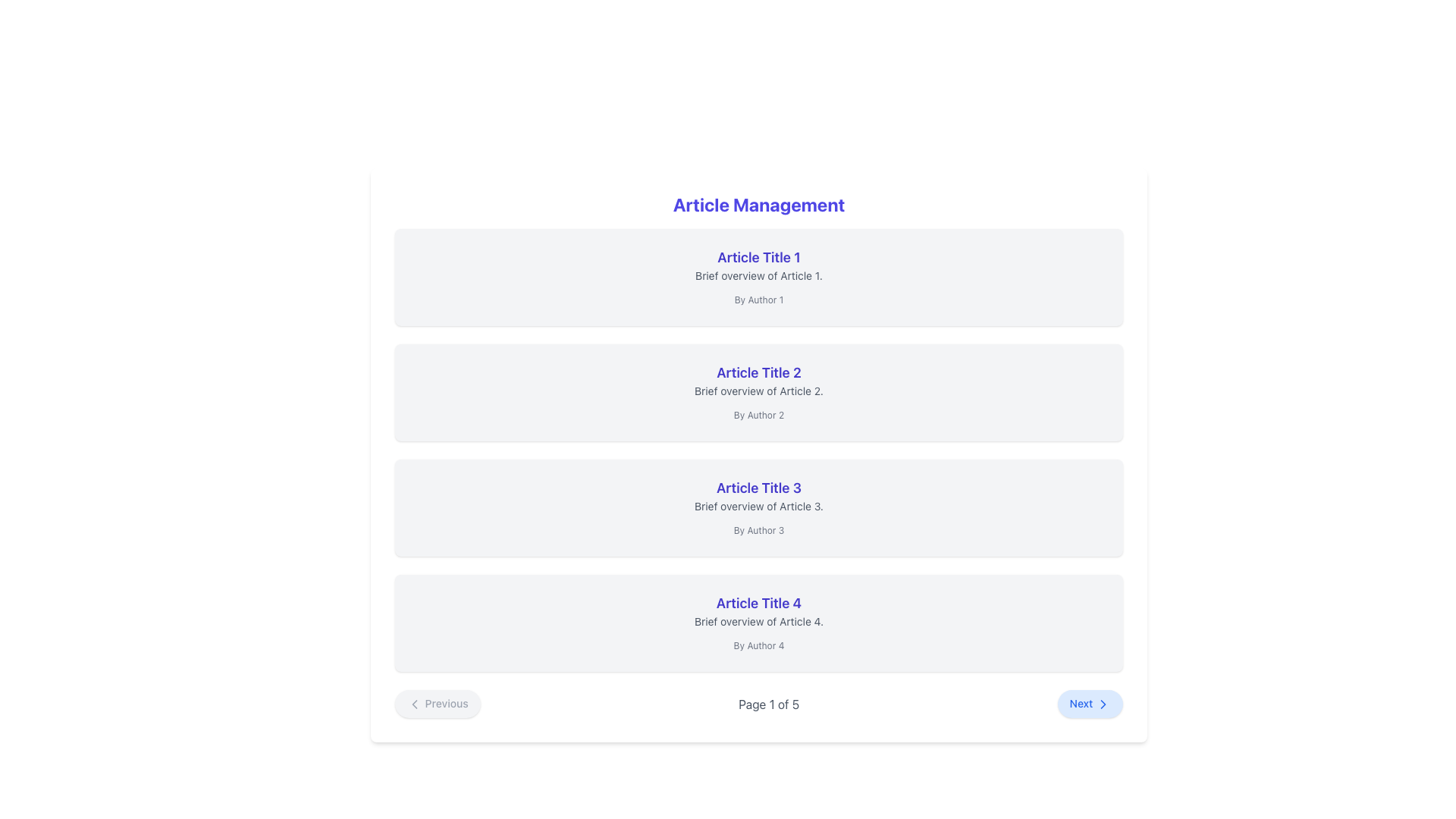 This screenshot has width=1456, height=819. I want to click on the Right-arrow icon adjacent to the 'Next' button, so click(1103, 704).